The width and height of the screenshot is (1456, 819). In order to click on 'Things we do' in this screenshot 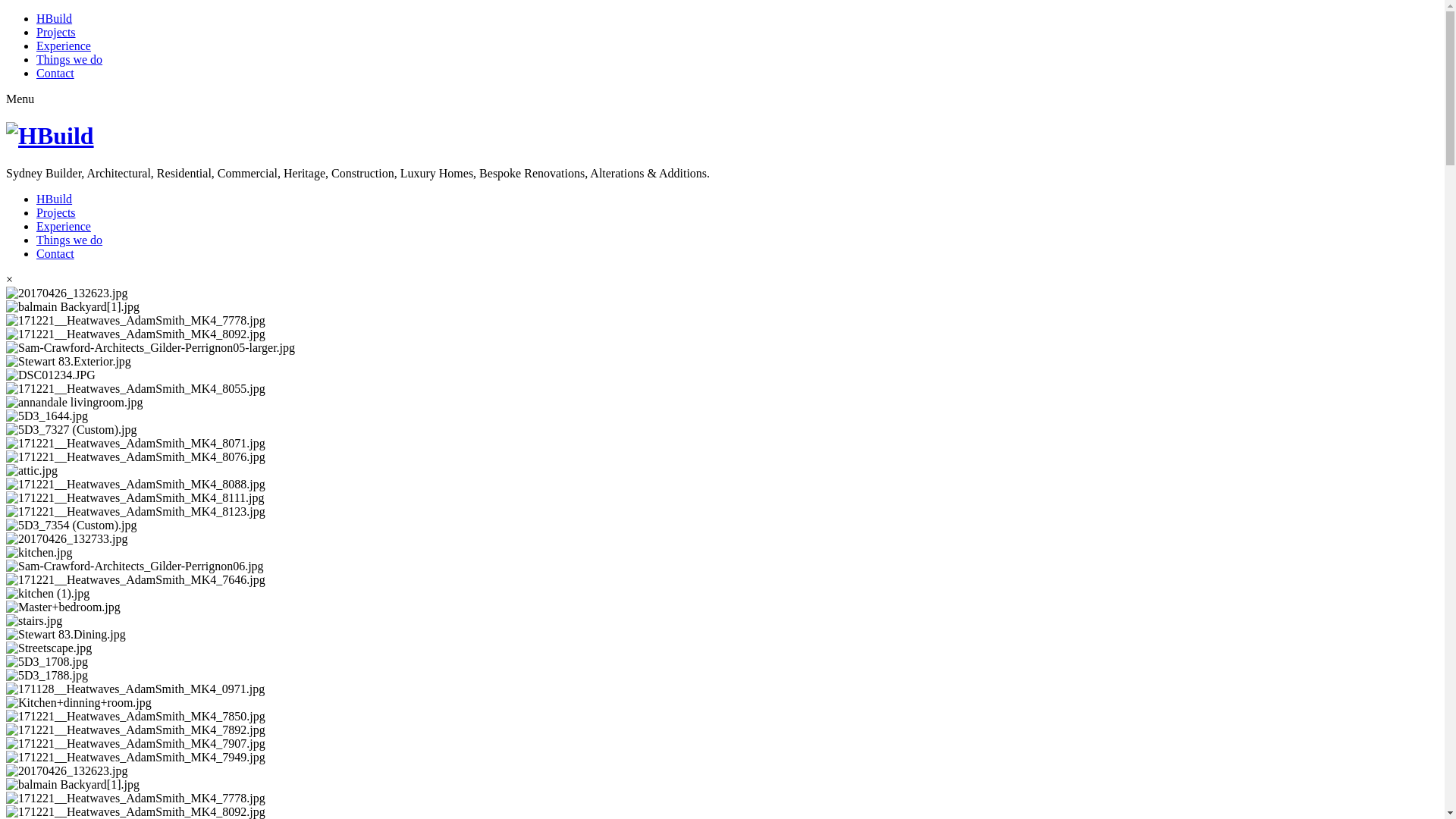, I will do `click(68, 239)`.